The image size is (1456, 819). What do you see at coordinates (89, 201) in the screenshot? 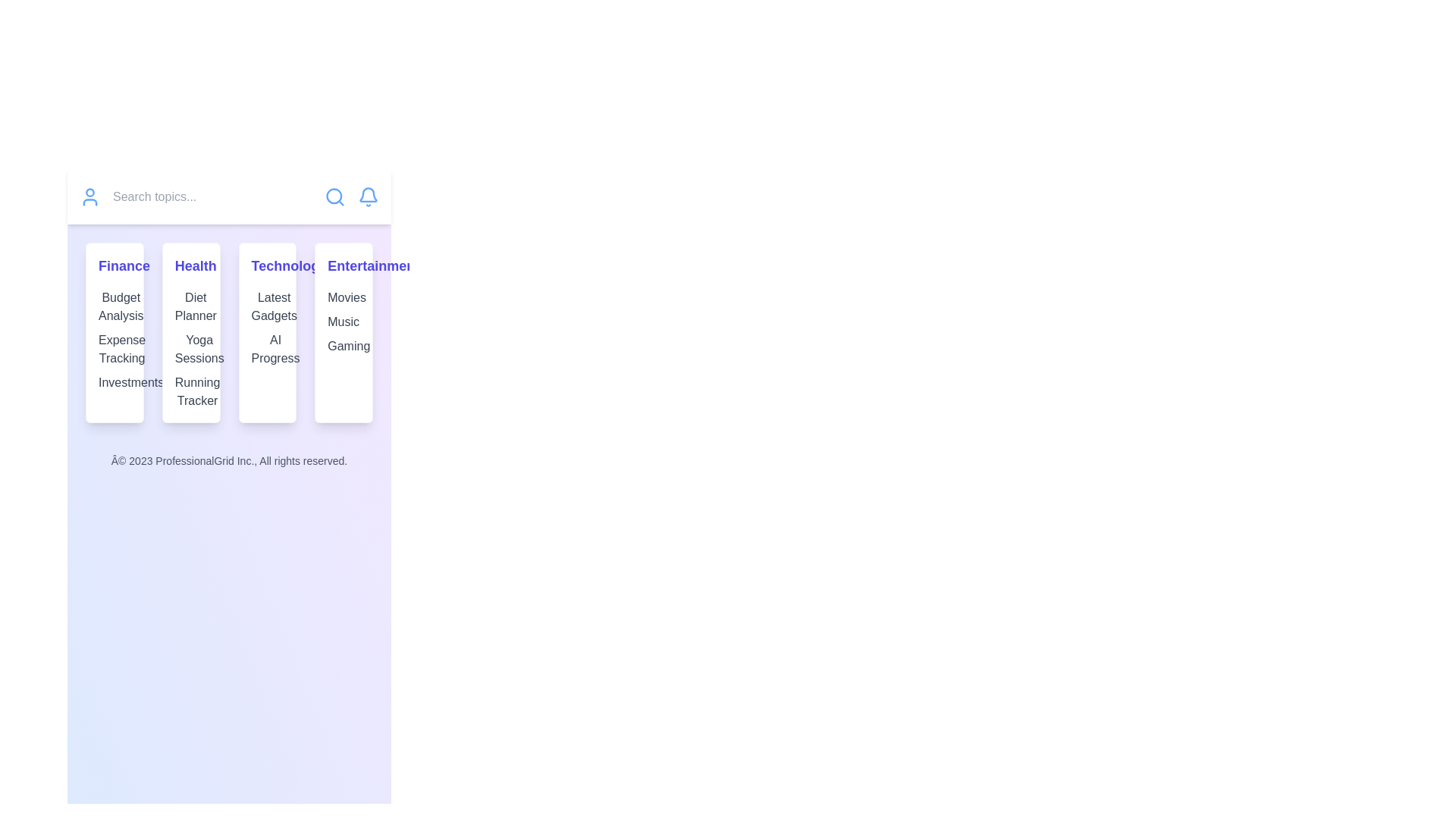
I see `the lower portion of the user icon located at the top-left corner of the interface to interact with the profile menu` at bounding box center [89, 201].